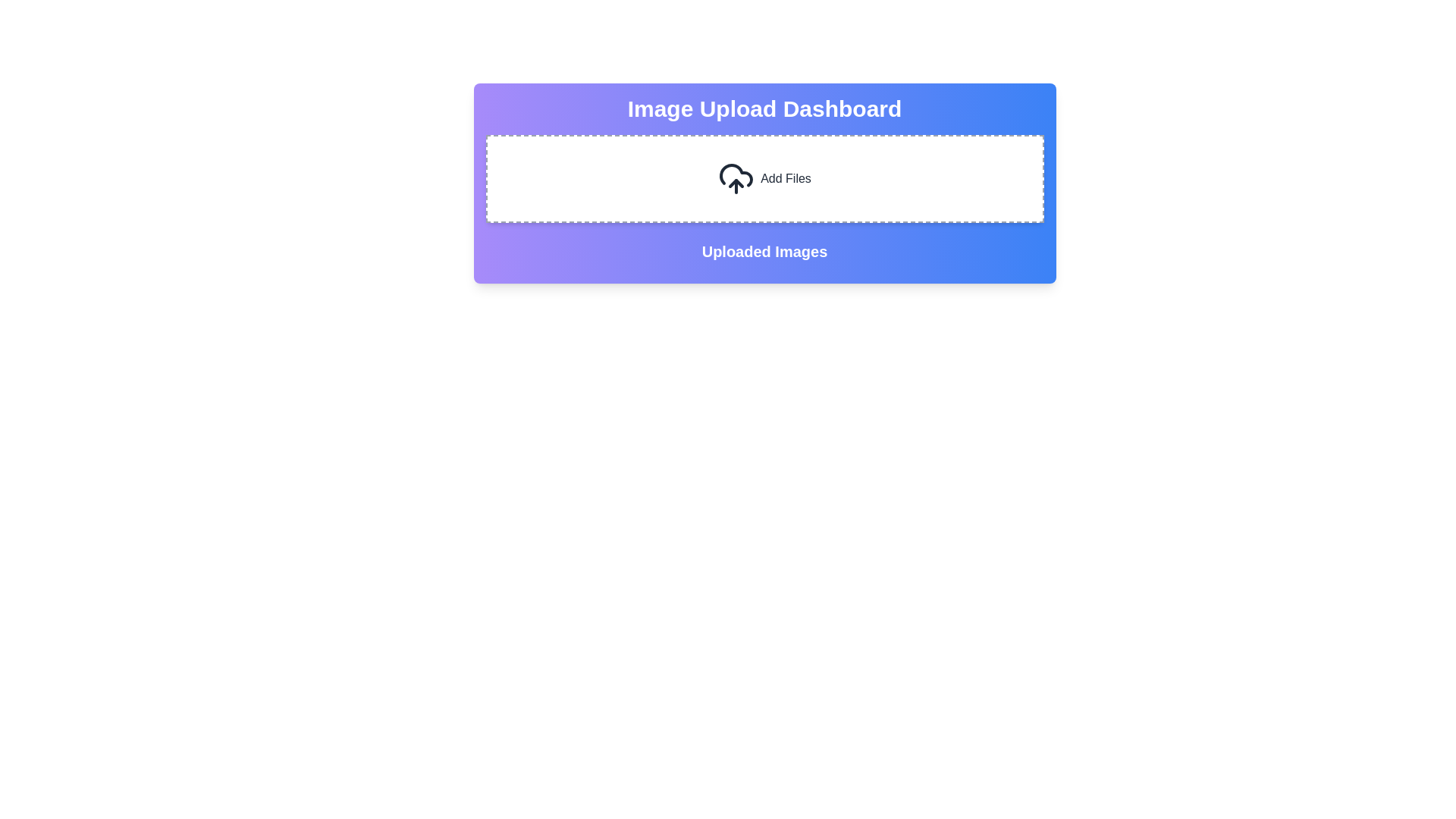 The height and width of the screenshot is (819, 1456). What do you see at coordinates (764, 177) in the screenshot?
I see `the interactive file upload area, which features a centered upload icon and 'Add Files' text` at bounding box center [764, 177].